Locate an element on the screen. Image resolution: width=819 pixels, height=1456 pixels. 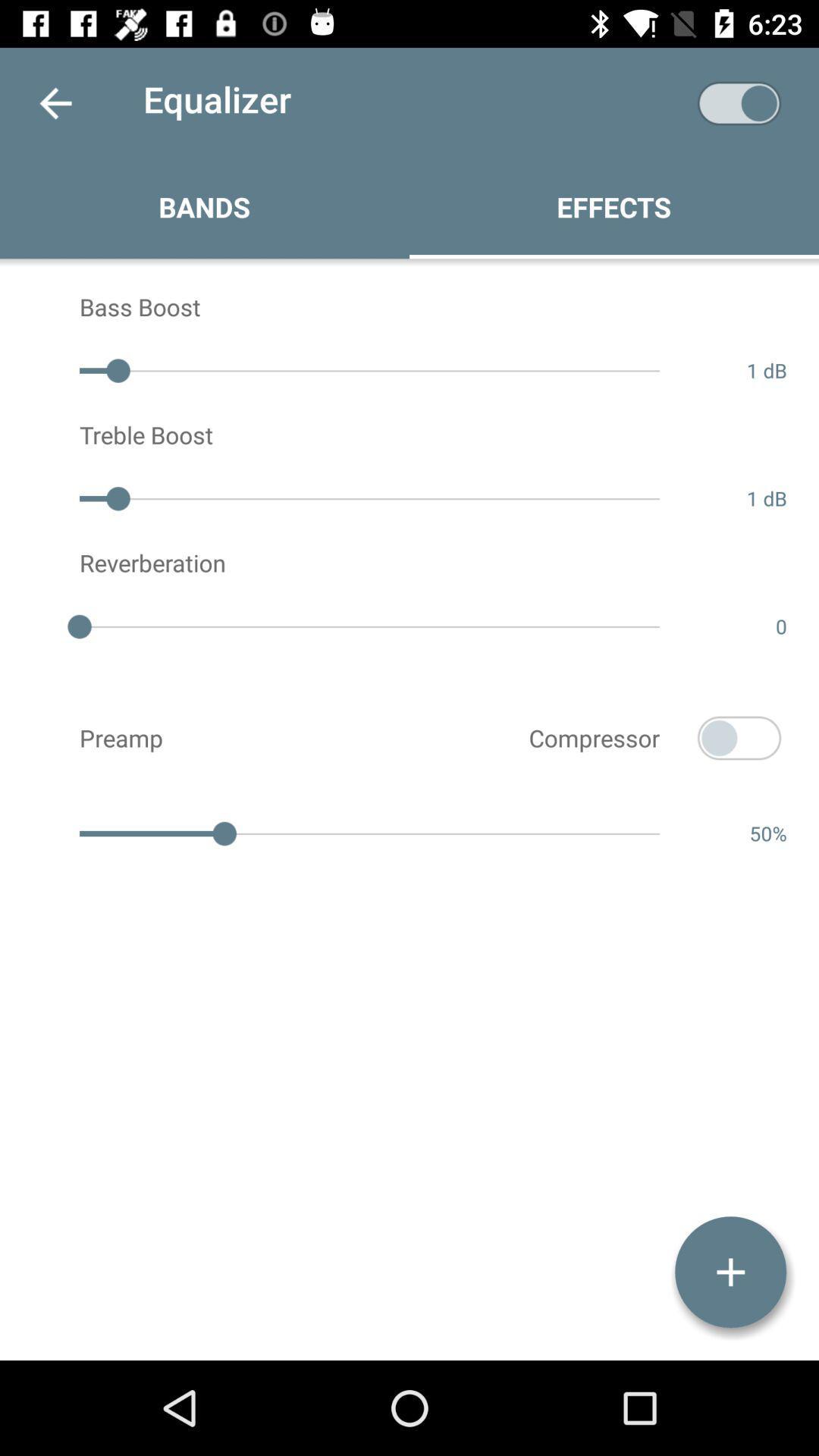
the item to the right of the compressor is located at coordinates (739, 738).